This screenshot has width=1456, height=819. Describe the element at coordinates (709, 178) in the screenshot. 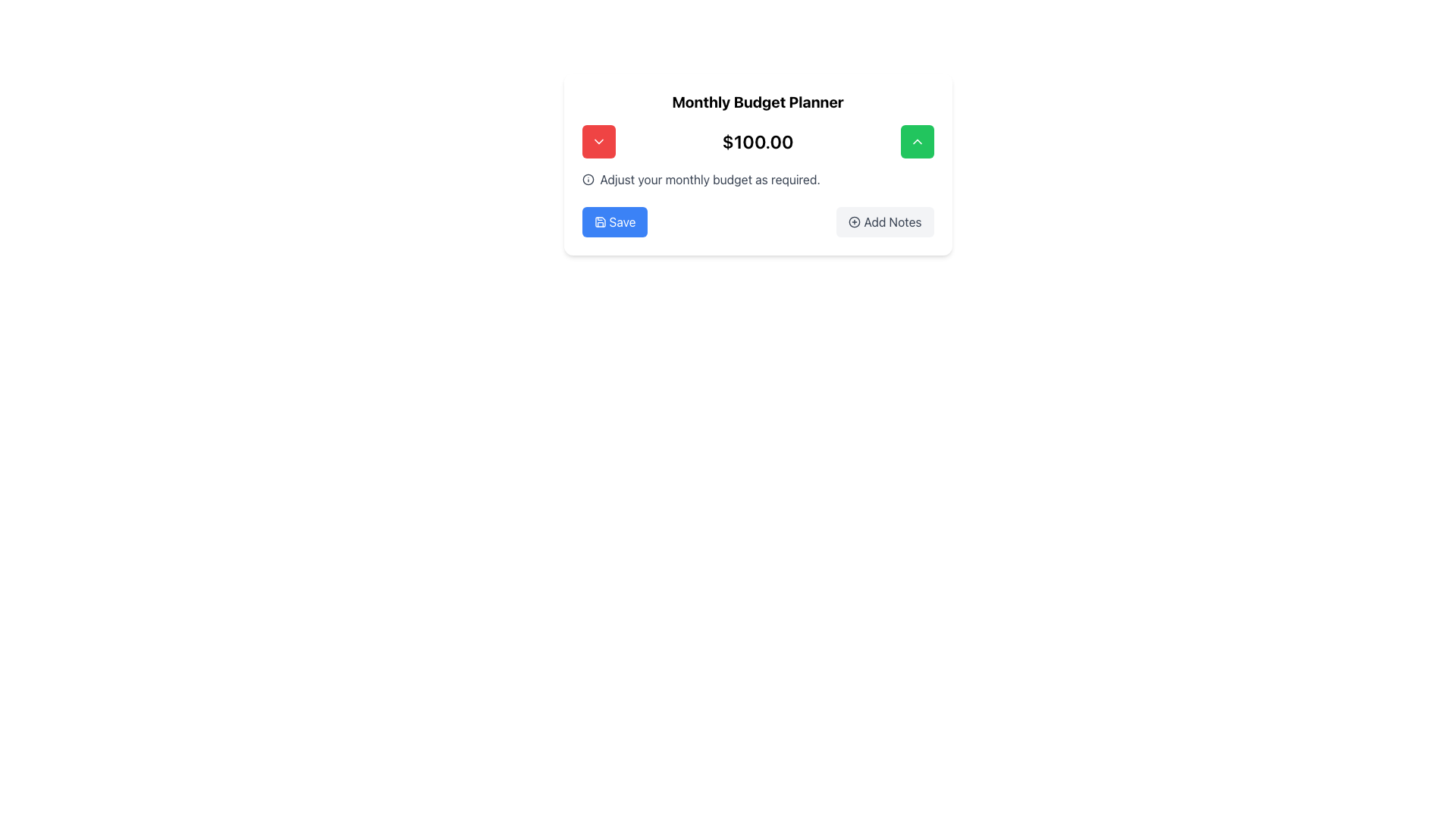

I see `guidance text located below the monetary value display of '$100.00' in the 'Monthly Budget Planner' section, which suggests modifying the monthly budget based on necessity` at that location.